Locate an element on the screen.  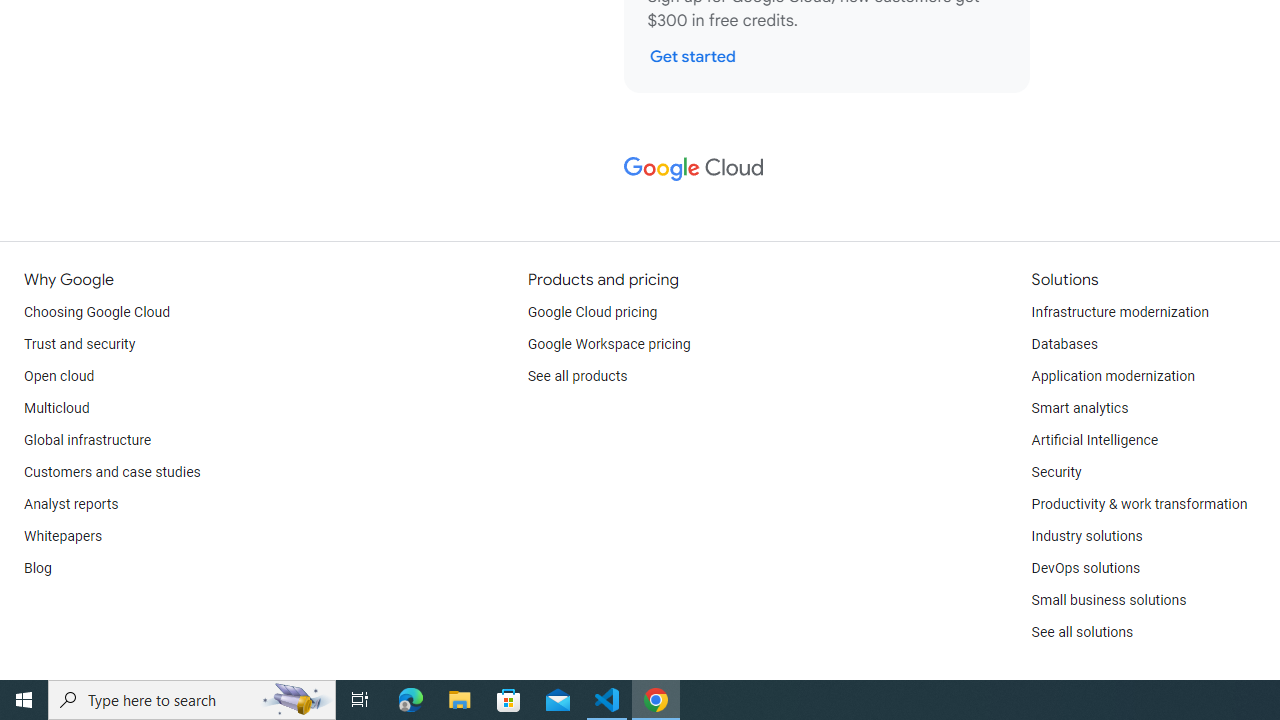
'Get started' is located at coordinates (692, 55).